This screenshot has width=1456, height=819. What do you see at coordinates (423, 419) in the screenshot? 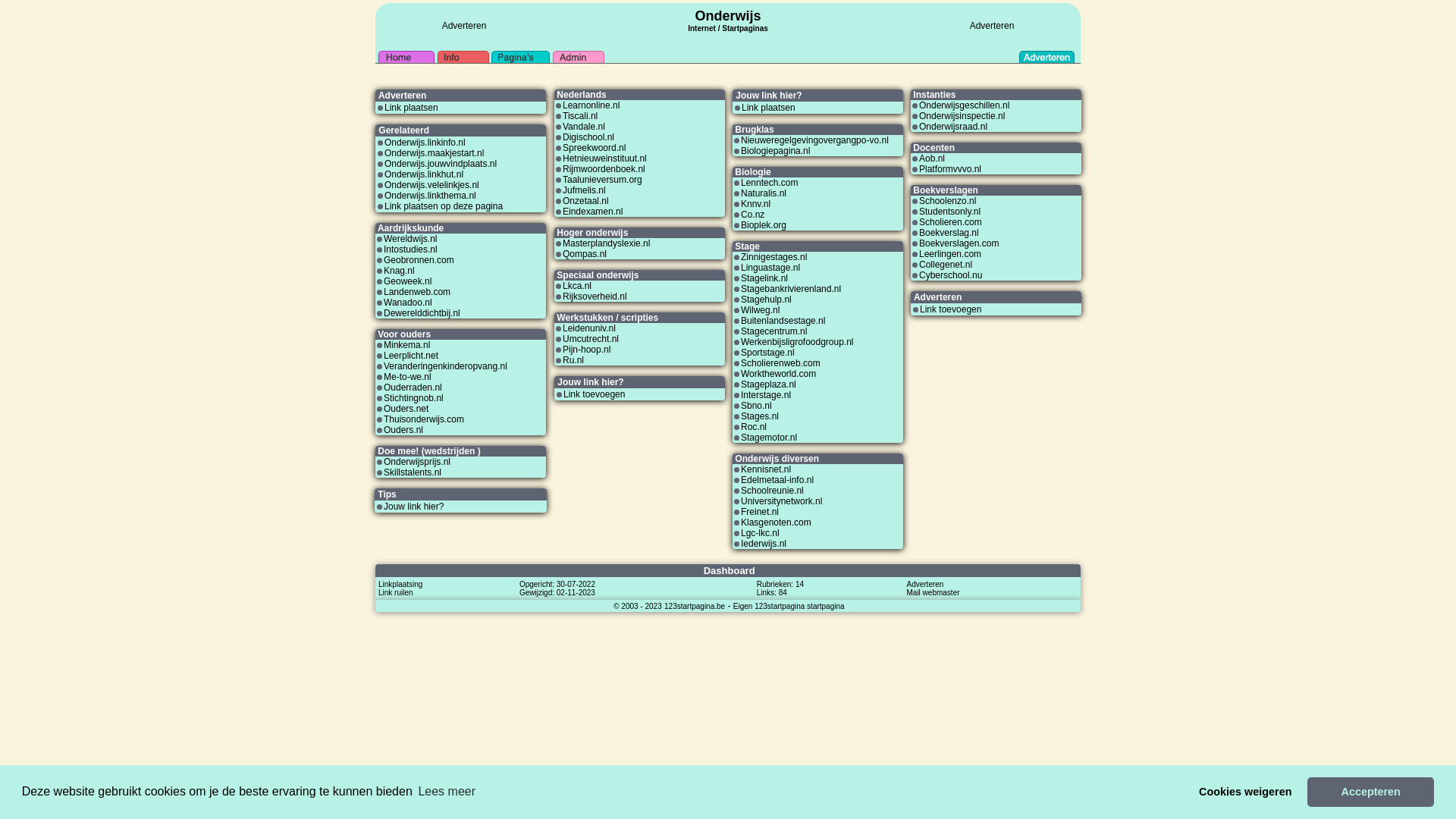
I see `'Thuisonderwijs.com'` at bounding box center [423, 419].